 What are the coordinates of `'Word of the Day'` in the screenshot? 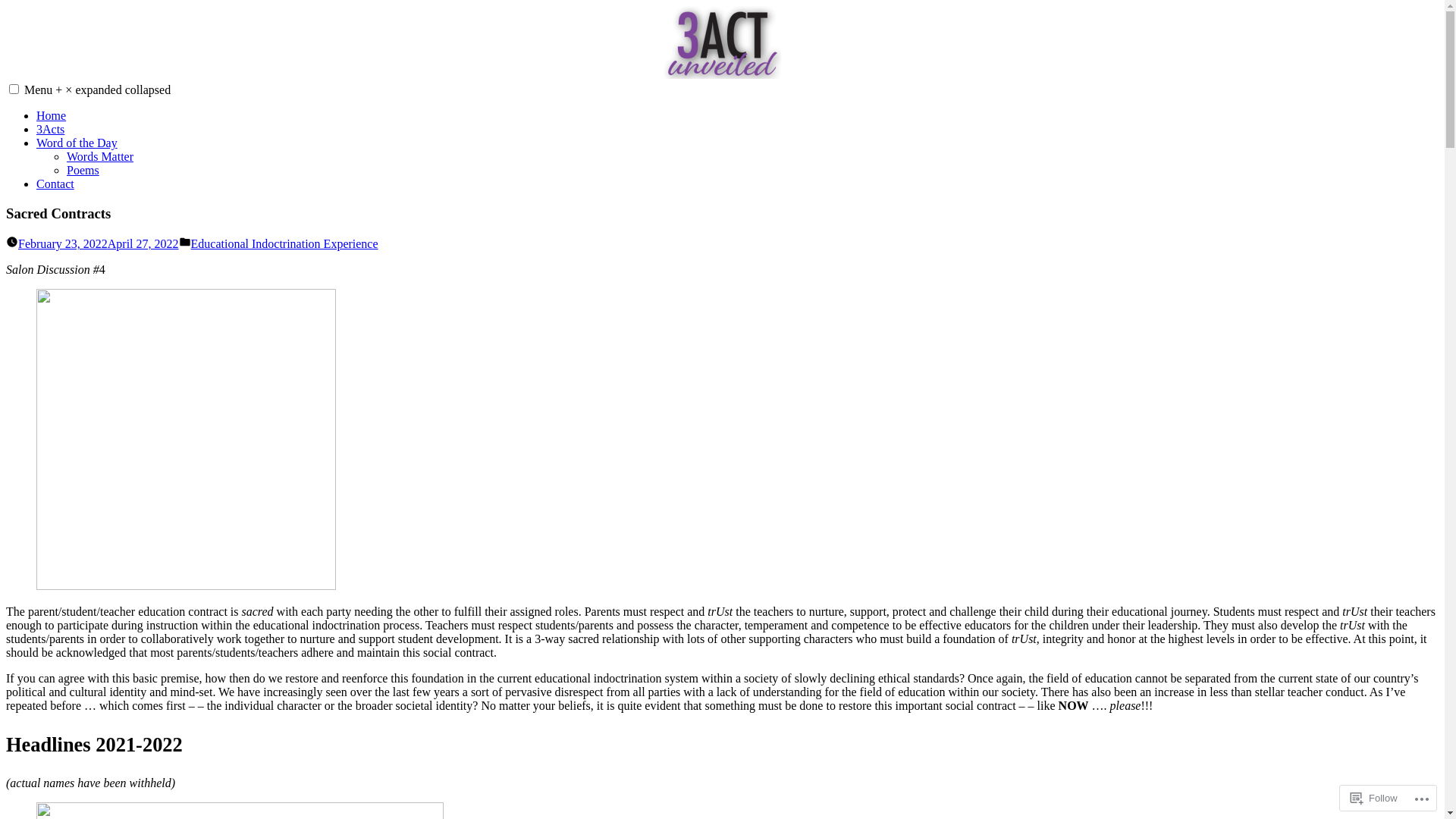 It's located at (36, 143).